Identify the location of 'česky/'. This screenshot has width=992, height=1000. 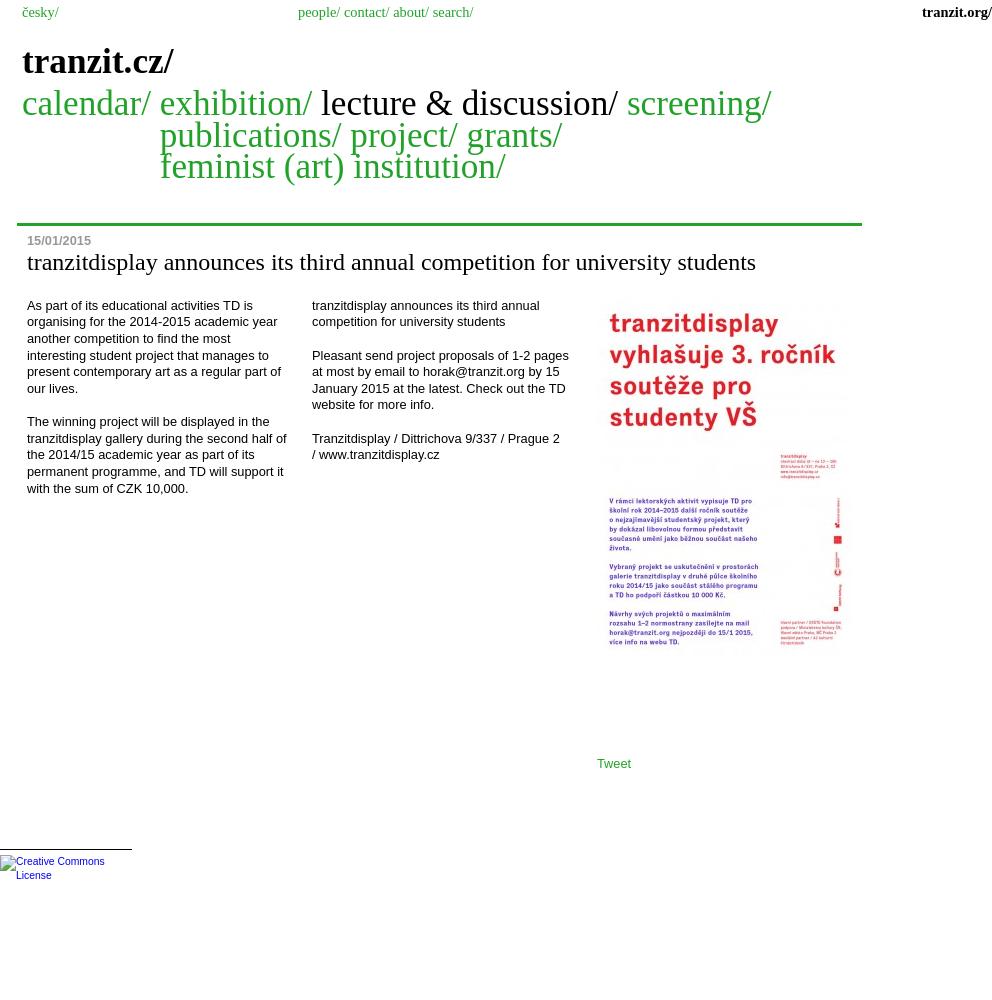
(38, 12).